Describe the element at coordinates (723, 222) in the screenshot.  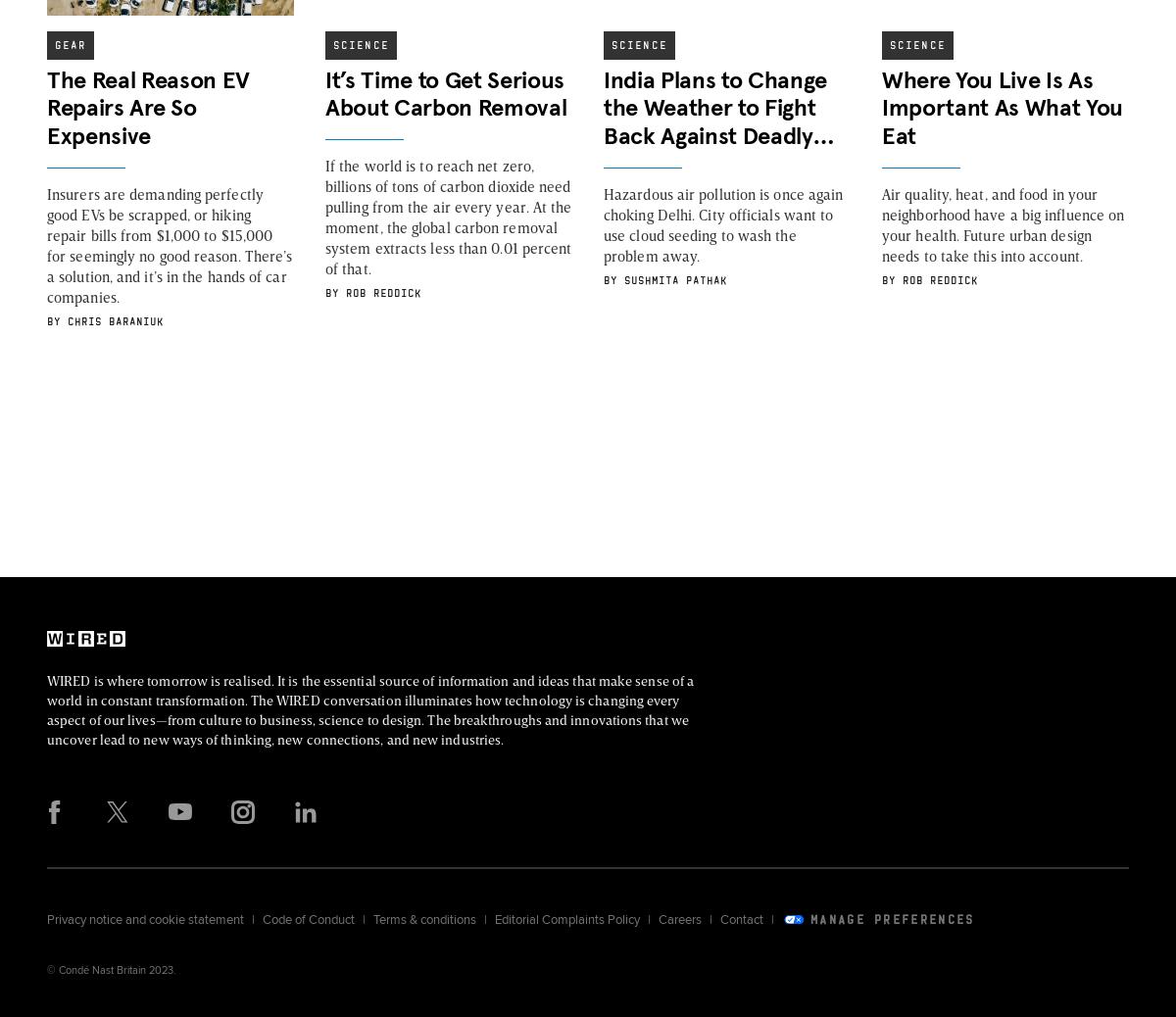
I see `'Hazardous air pollution is once again choking Delhi. City officials want to use cloud seeding to wash the problem away.'` at that location.